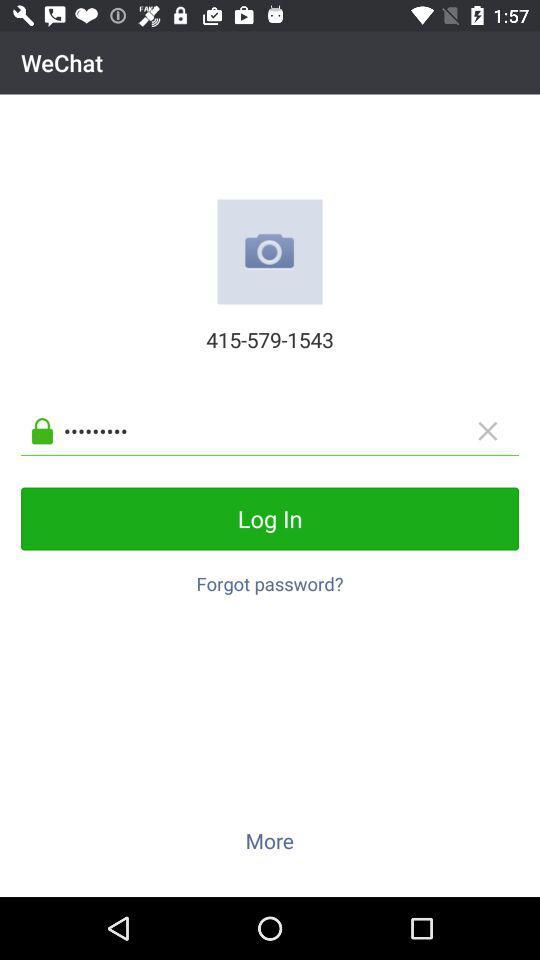 The image size is (540, 960). What do you see at coordinates (285, 431) in the screenshot?
I see `app below the 415-579-1543 item` at bounding box center [285, 431].